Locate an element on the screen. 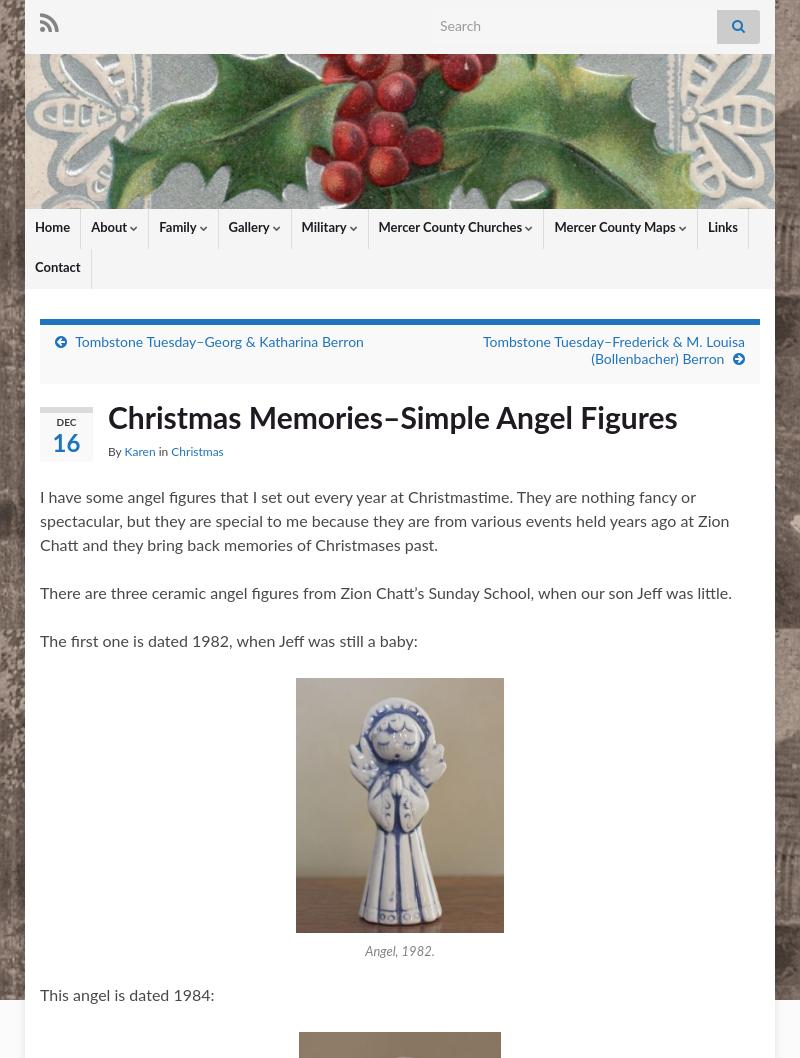 The height and width of the screenshot is (1058, 800). 'There are three ceramic angel figures from Zion Chatt’s Sunday School, when our son Jeff was little.' is located at coordinates (384, 593).